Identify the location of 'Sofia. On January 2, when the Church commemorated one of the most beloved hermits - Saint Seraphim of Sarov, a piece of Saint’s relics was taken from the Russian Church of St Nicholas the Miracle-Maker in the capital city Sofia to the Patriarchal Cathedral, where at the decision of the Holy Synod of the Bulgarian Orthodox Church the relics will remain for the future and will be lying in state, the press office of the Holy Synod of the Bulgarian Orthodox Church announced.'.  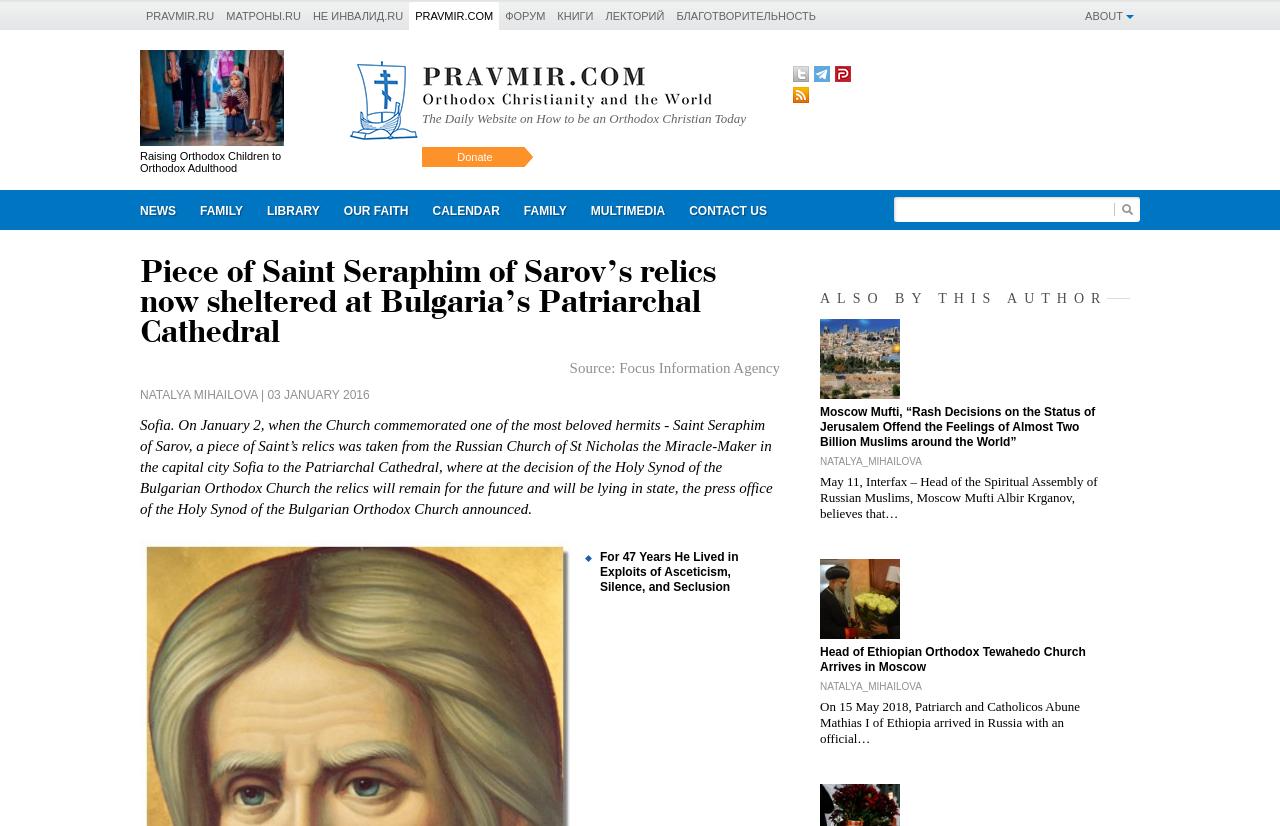
(455, 466).